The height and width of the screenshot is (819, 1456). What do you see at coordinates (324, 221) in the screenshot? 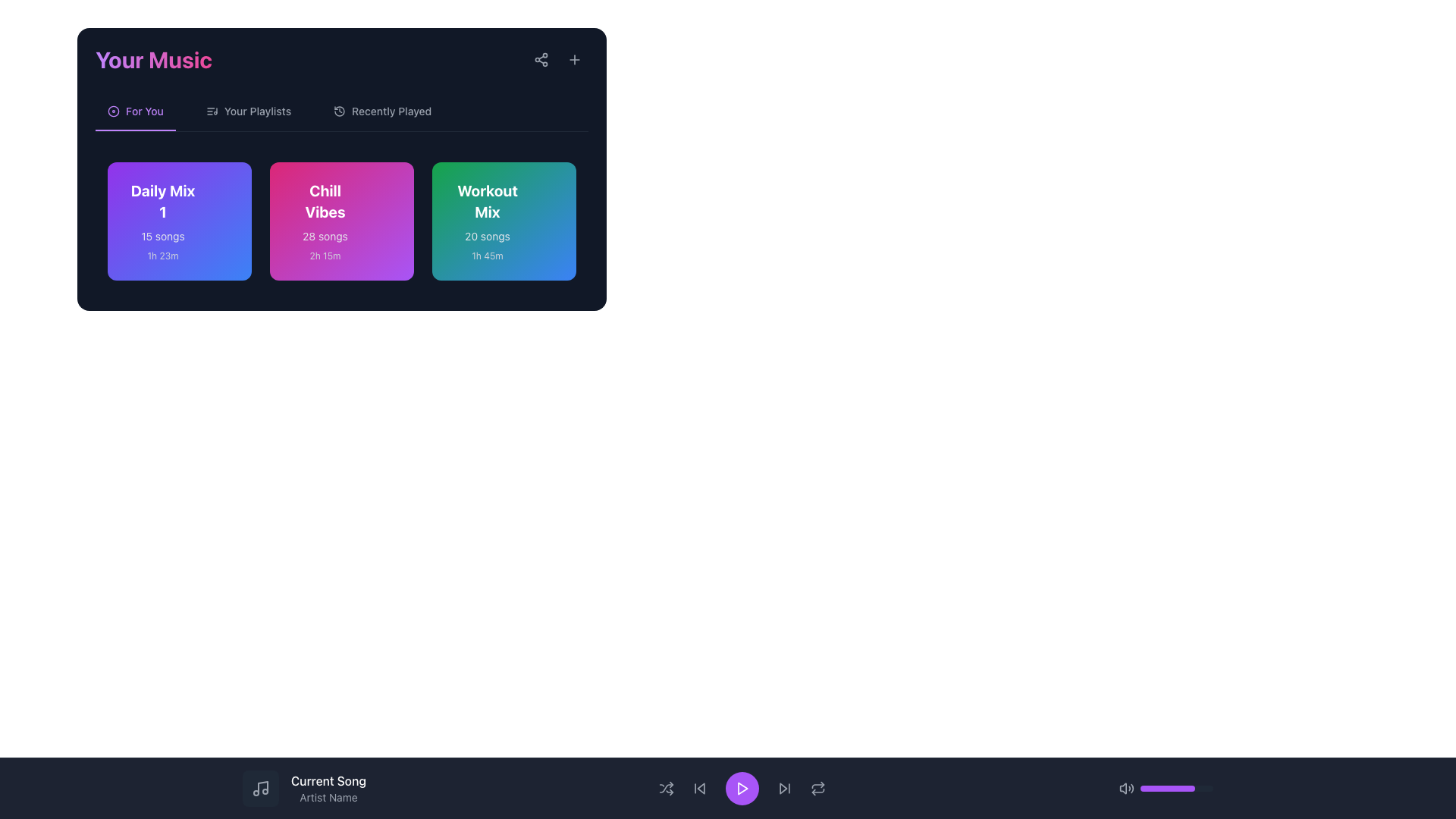
I see `the 'Chill Vibes' Playlist card, which is the second card from the left in a row of three cards` at bounding box center [324, 221].